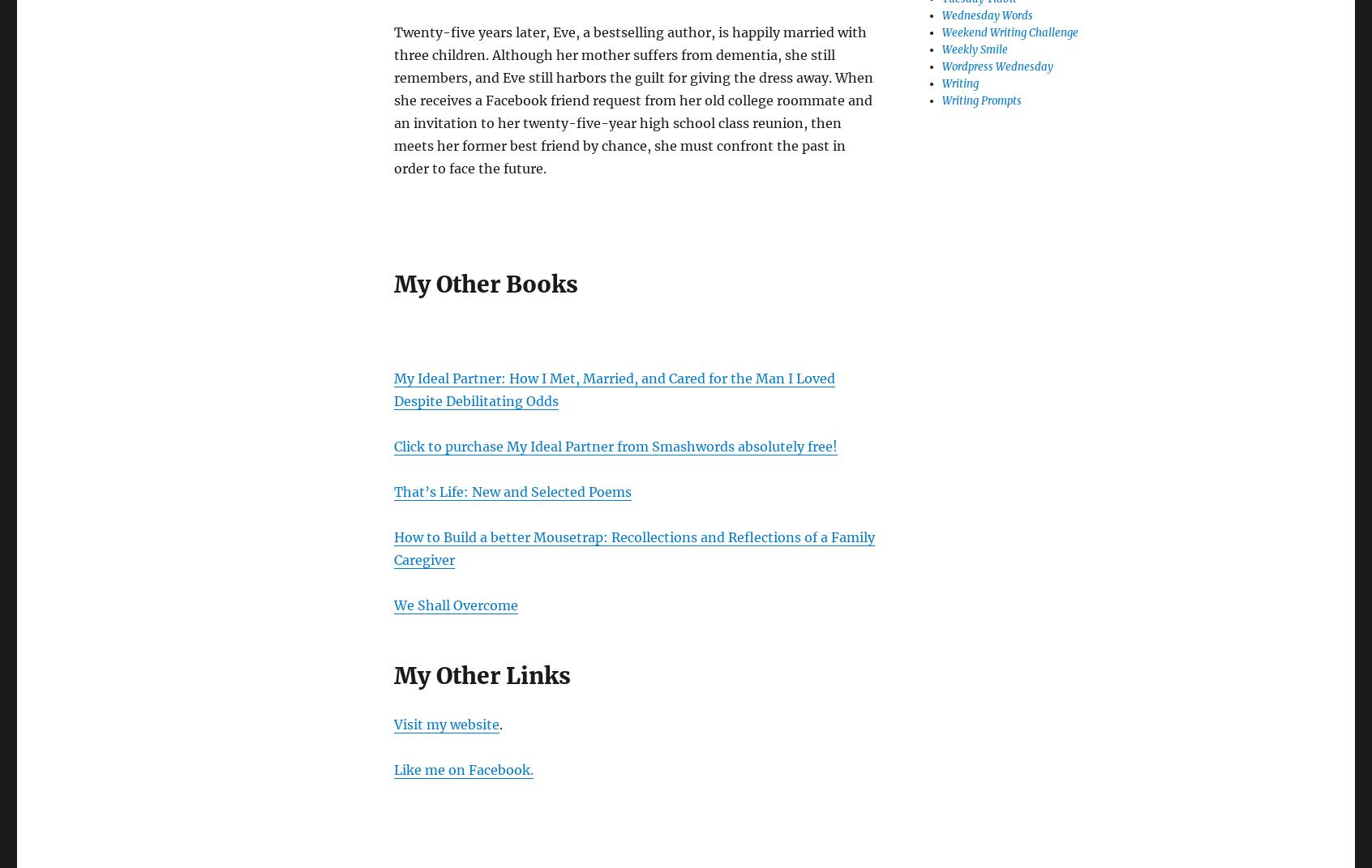 This screenshot has height=868, width=1372. What do you see at coordinates (392, 283) in the screenshot?
I see `'My Other Books'` at bounding box center [392, 283].